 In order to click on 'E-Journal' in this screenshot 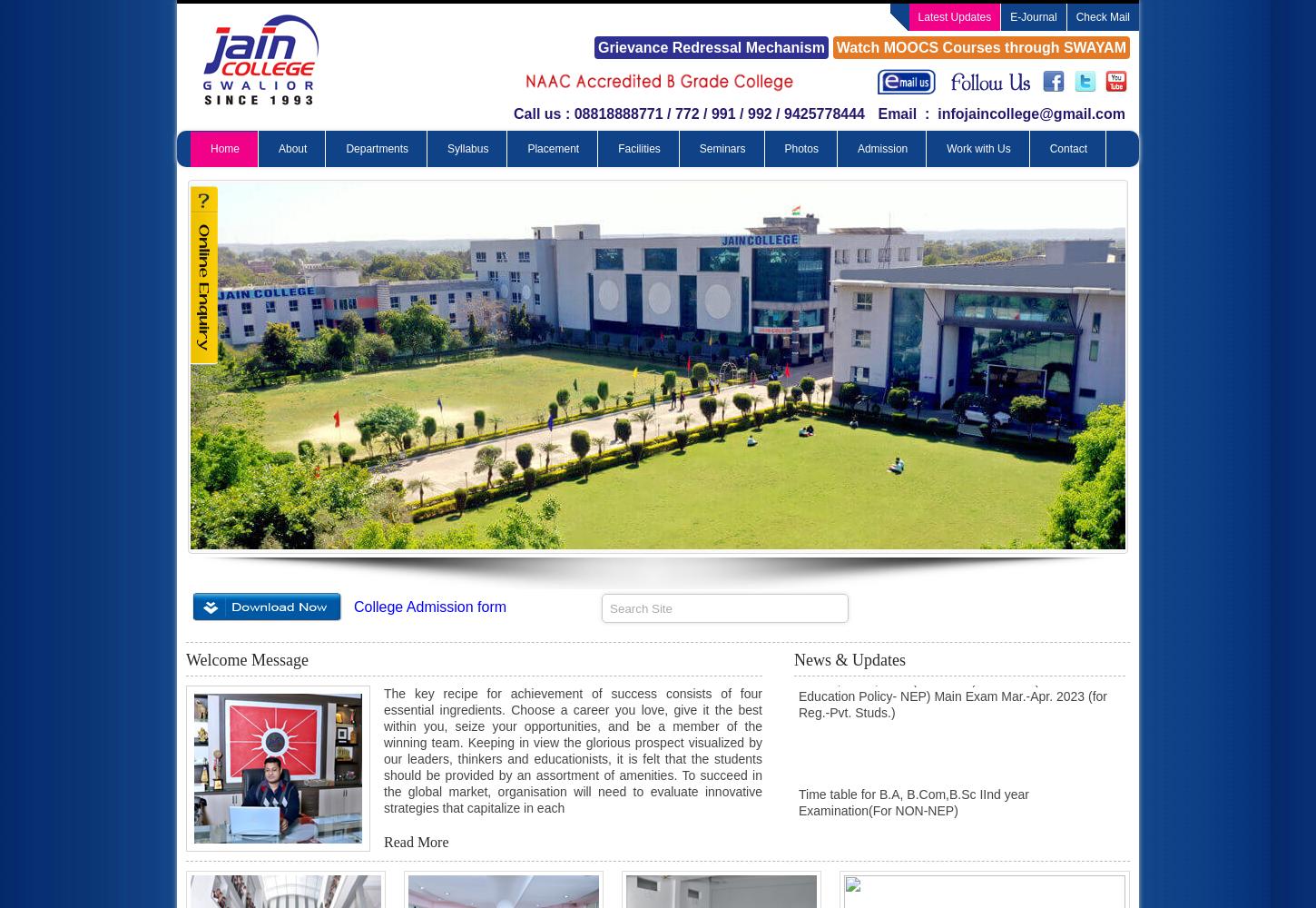, I will do `click(1032, 17)`.